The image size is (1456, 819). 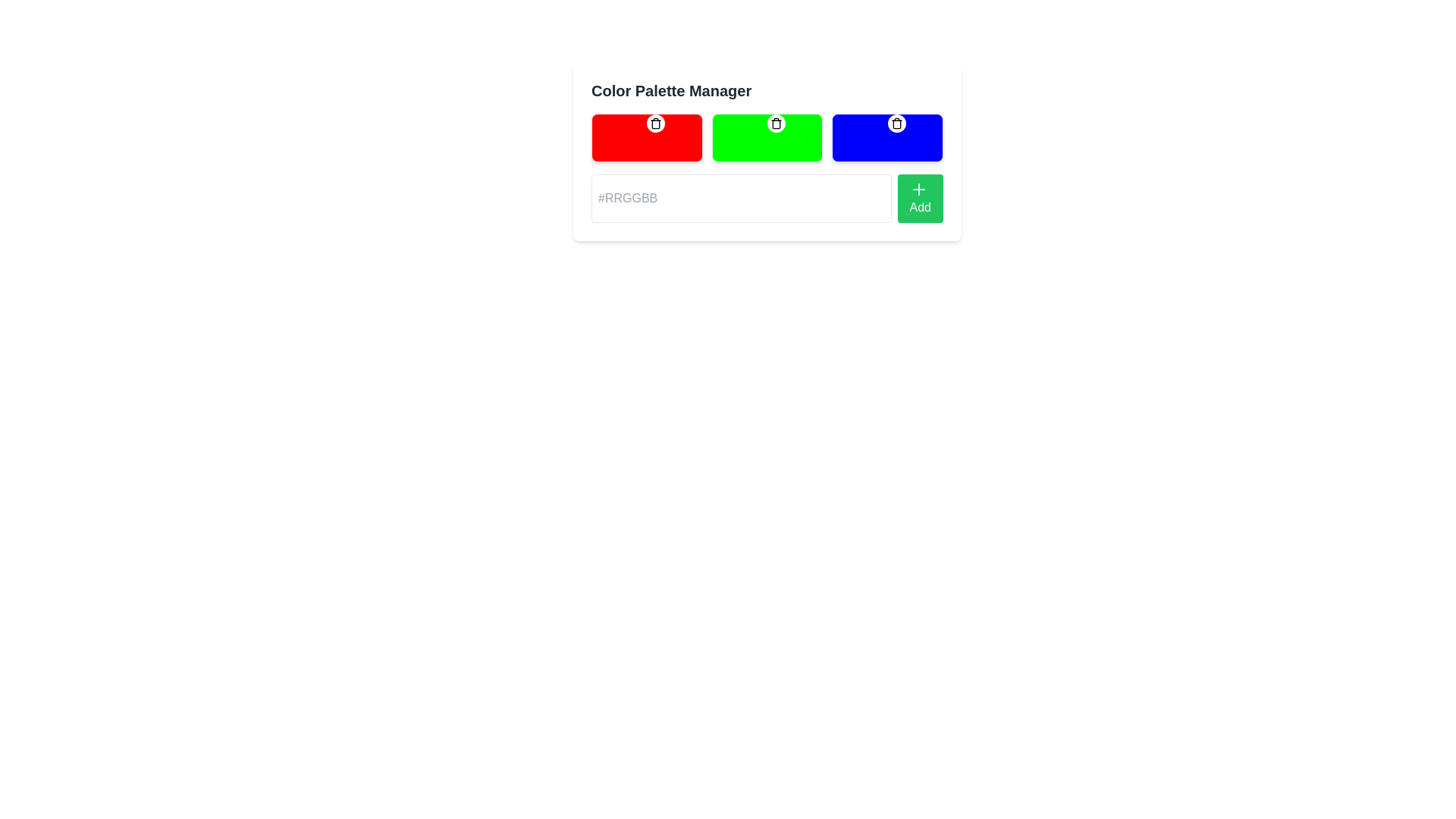 I want to click on the bright green color display card with a delete button, which is the second item in a grid of three colored rectangles, so click(x=767, y=137).